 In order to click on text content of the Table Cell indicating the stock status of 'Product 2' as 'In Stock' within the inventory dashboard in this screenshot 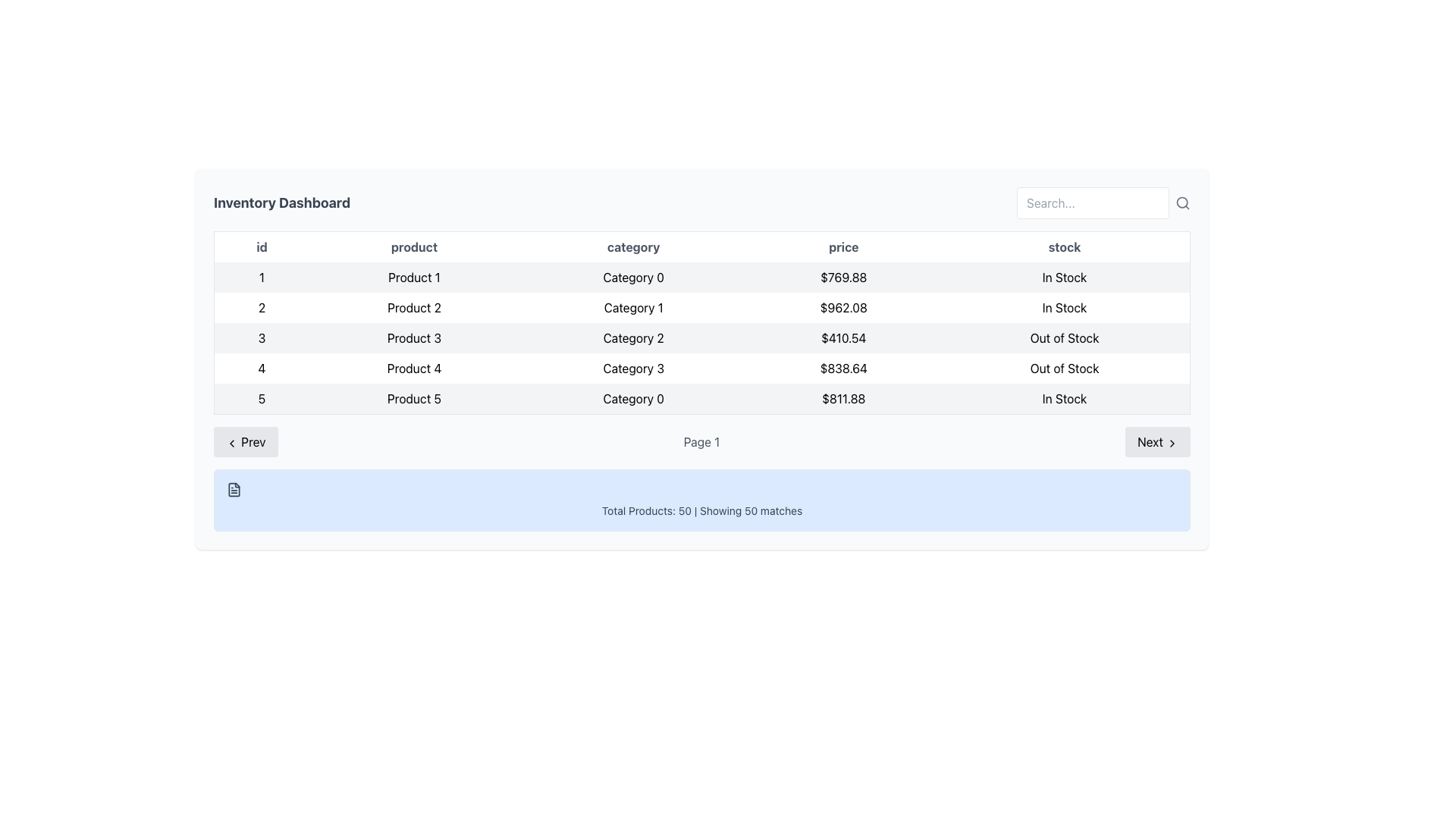, I will do `click(1064, 307)`.